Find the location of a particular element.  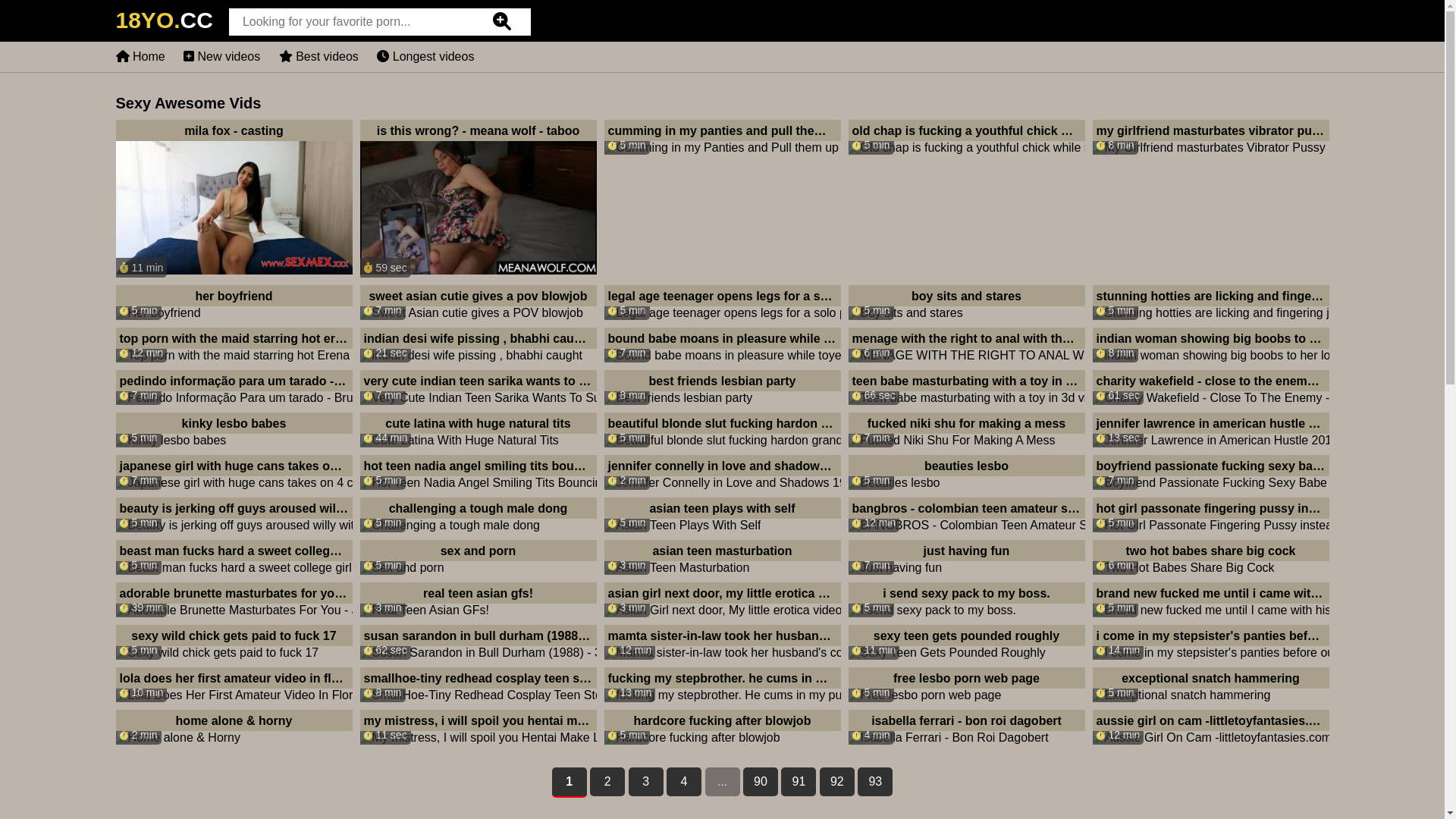

'3 min is located at coordinates (476, 598).